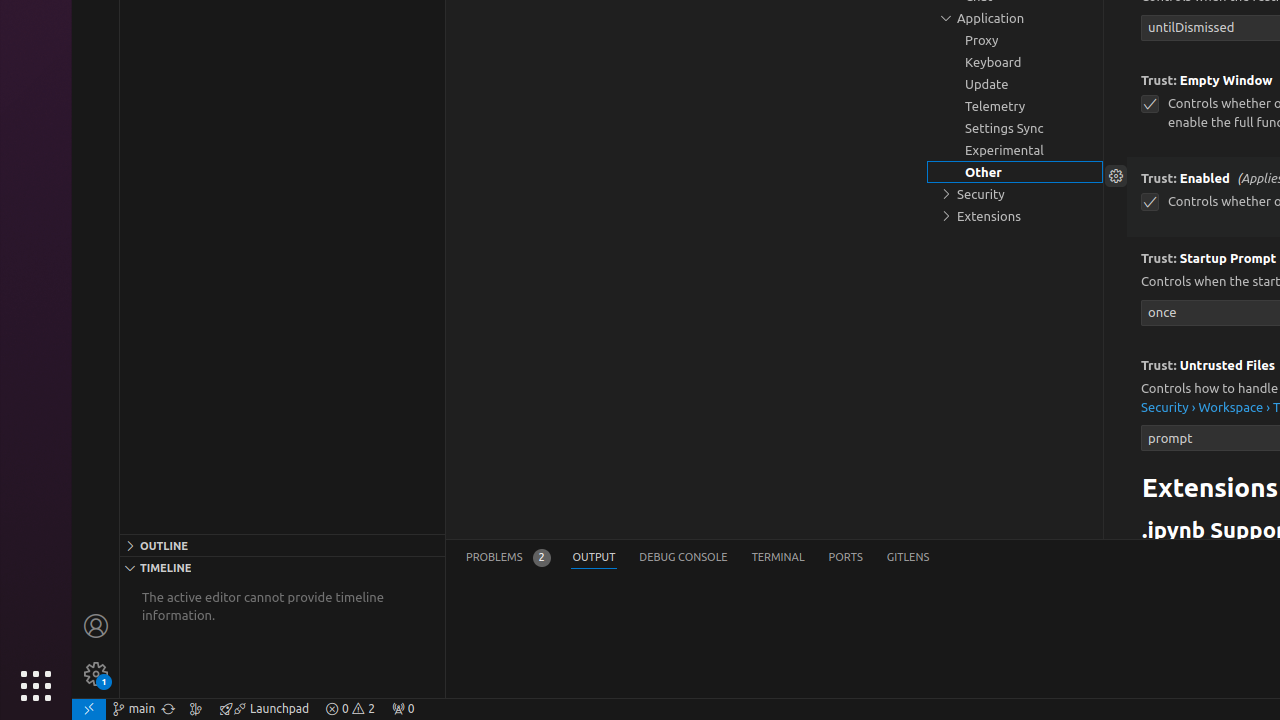 This screenshot has width=1280, height=720. I want to click on 'No Ports Forwarded', so click(401, 707).